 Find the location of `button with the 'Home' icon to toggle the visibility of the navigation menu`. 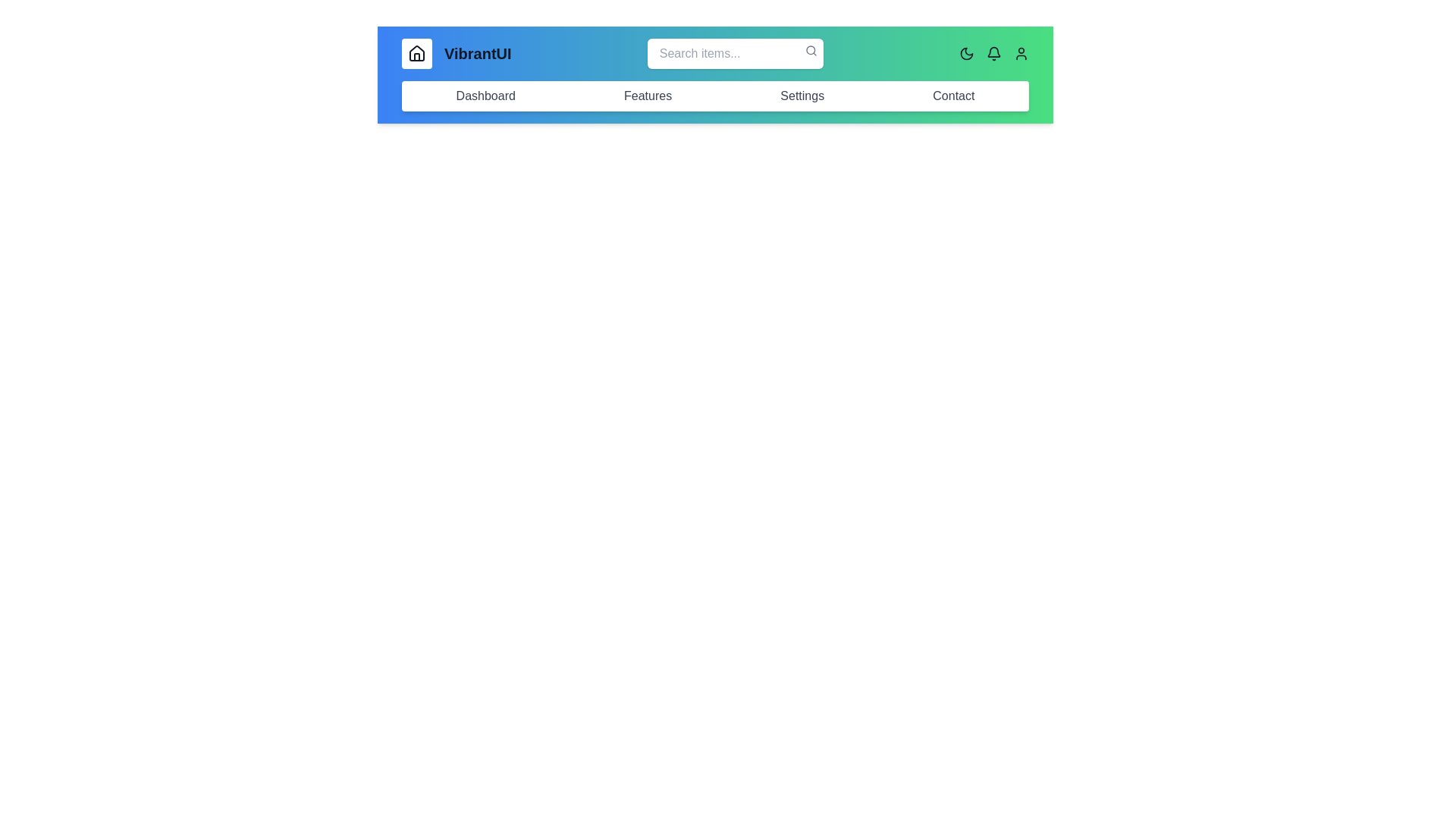

button with the 'Home' icon to toggle the visibility of the navigation menu is located at coordinates (417, 52).